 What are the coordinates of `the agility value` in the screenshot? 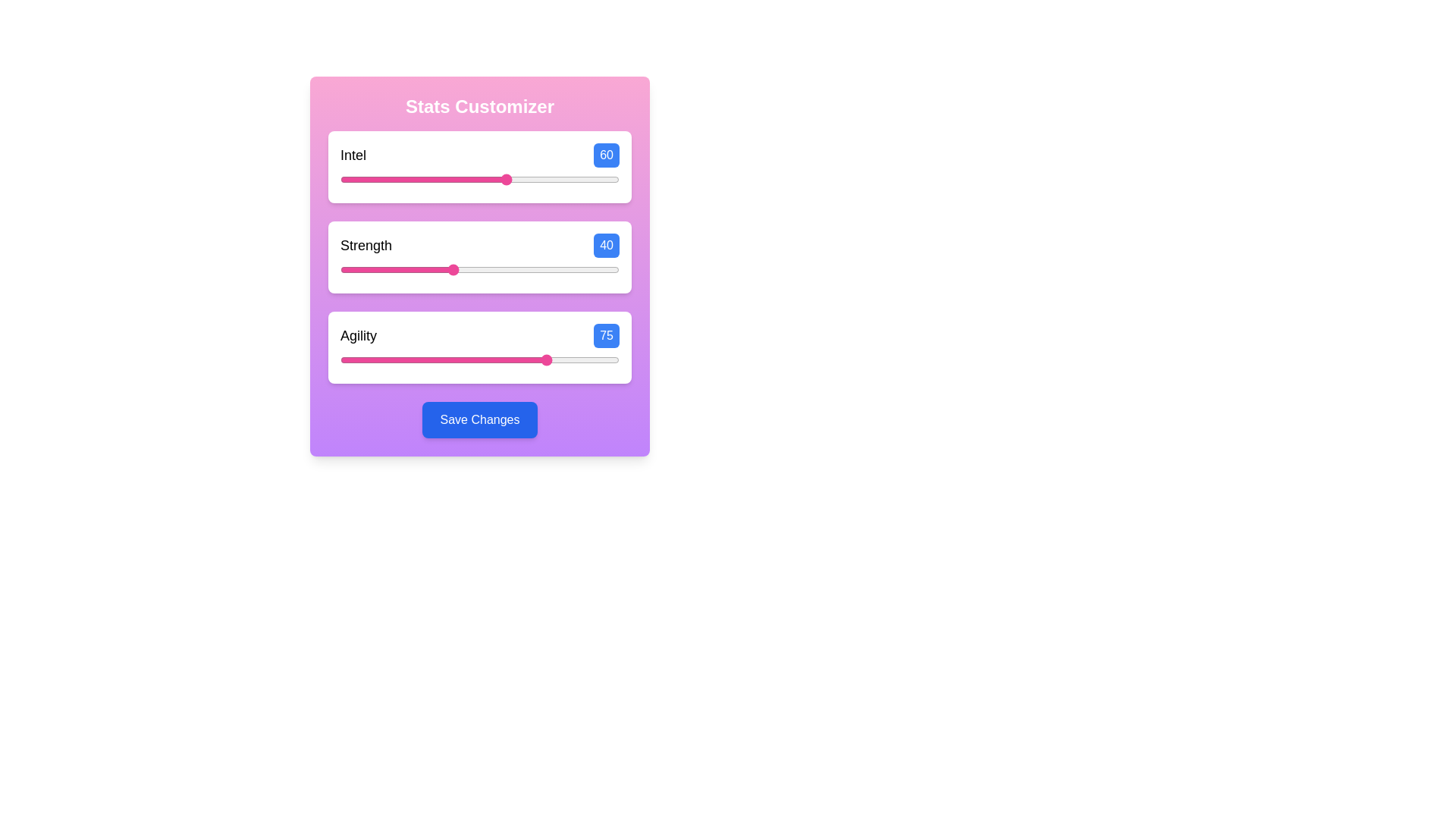 It's located at (404, 359).